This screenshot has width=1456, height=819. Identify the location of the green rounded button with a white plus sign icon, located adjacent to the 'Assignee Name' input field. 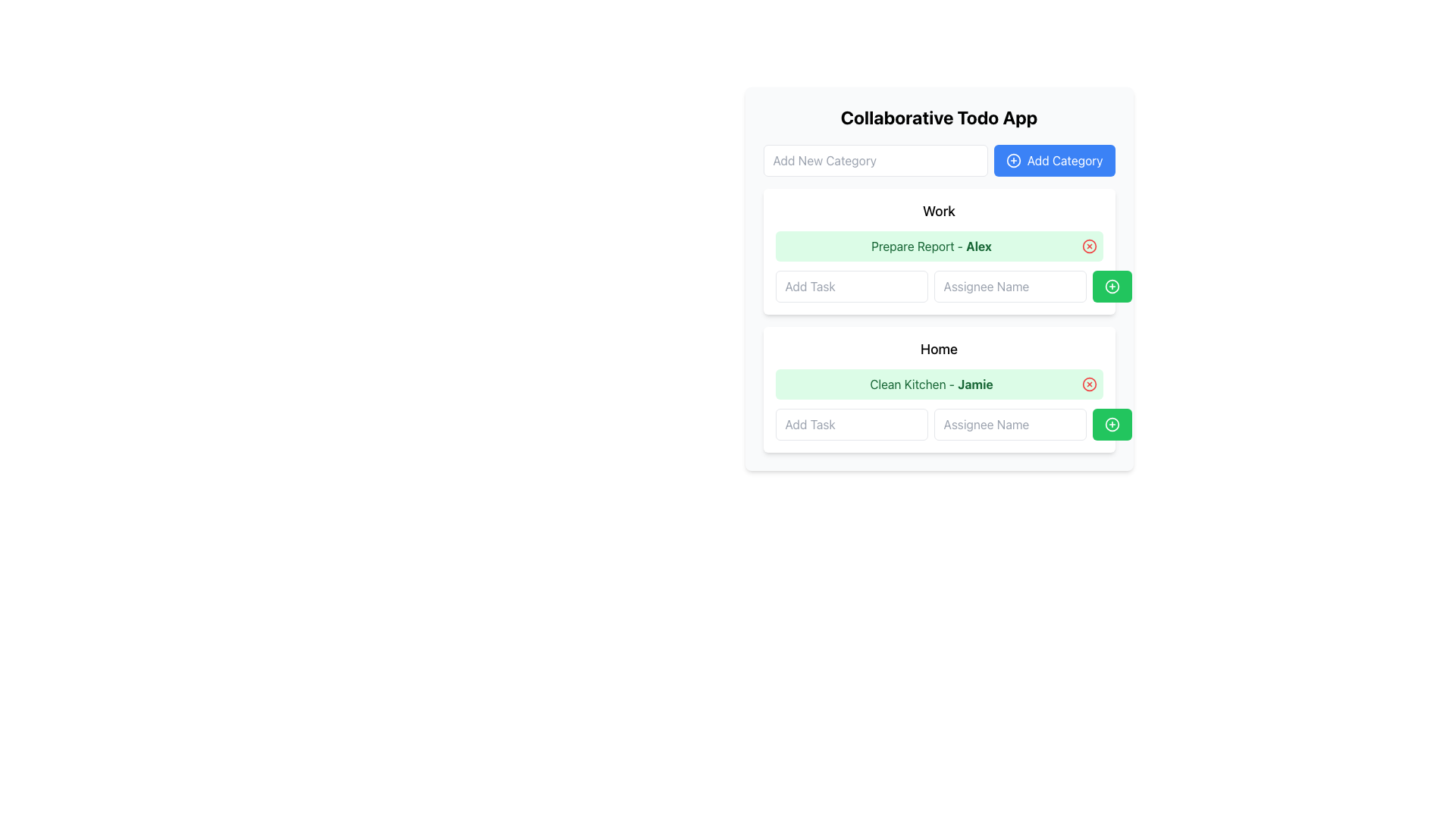
(1112, 287).